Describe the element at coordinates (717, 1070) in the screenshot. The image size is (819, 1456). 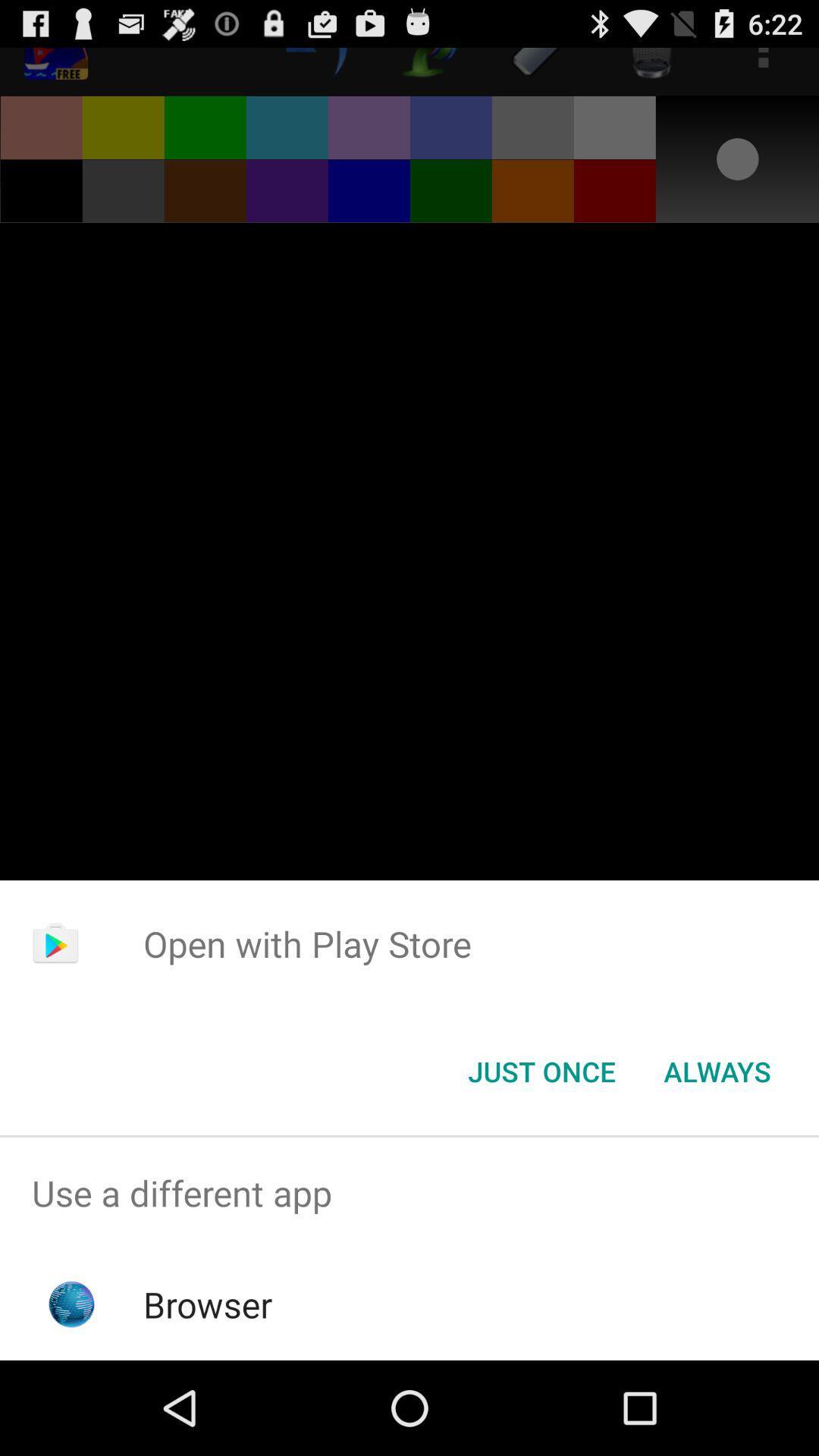
I see `always button` at that location.